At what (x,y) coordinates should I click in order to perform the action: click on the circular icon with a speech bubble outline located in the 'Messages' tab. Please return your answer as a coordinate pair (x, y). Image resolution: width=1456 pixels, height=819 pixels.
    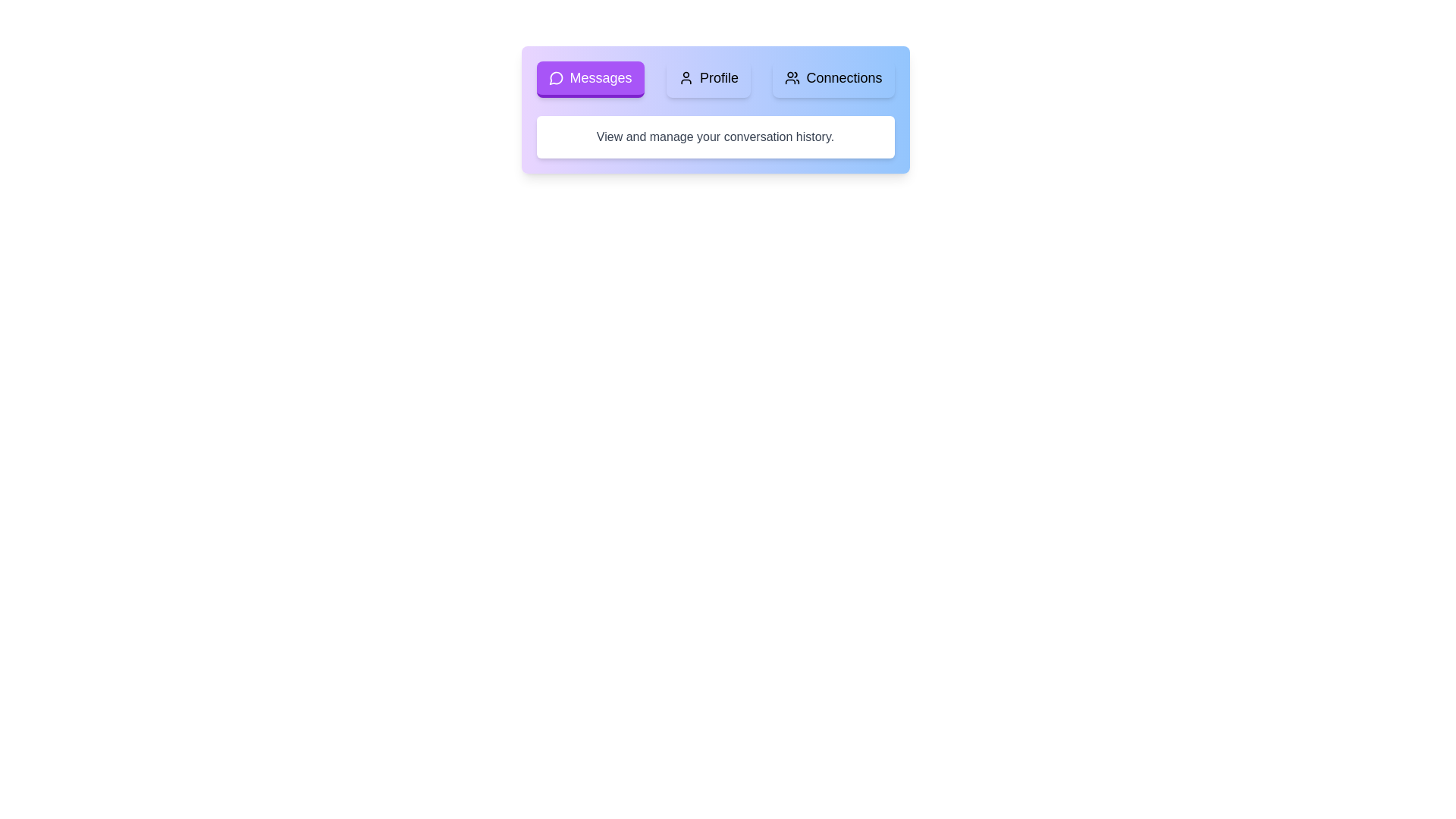
    Looking at the image, I should click on (555, 78).